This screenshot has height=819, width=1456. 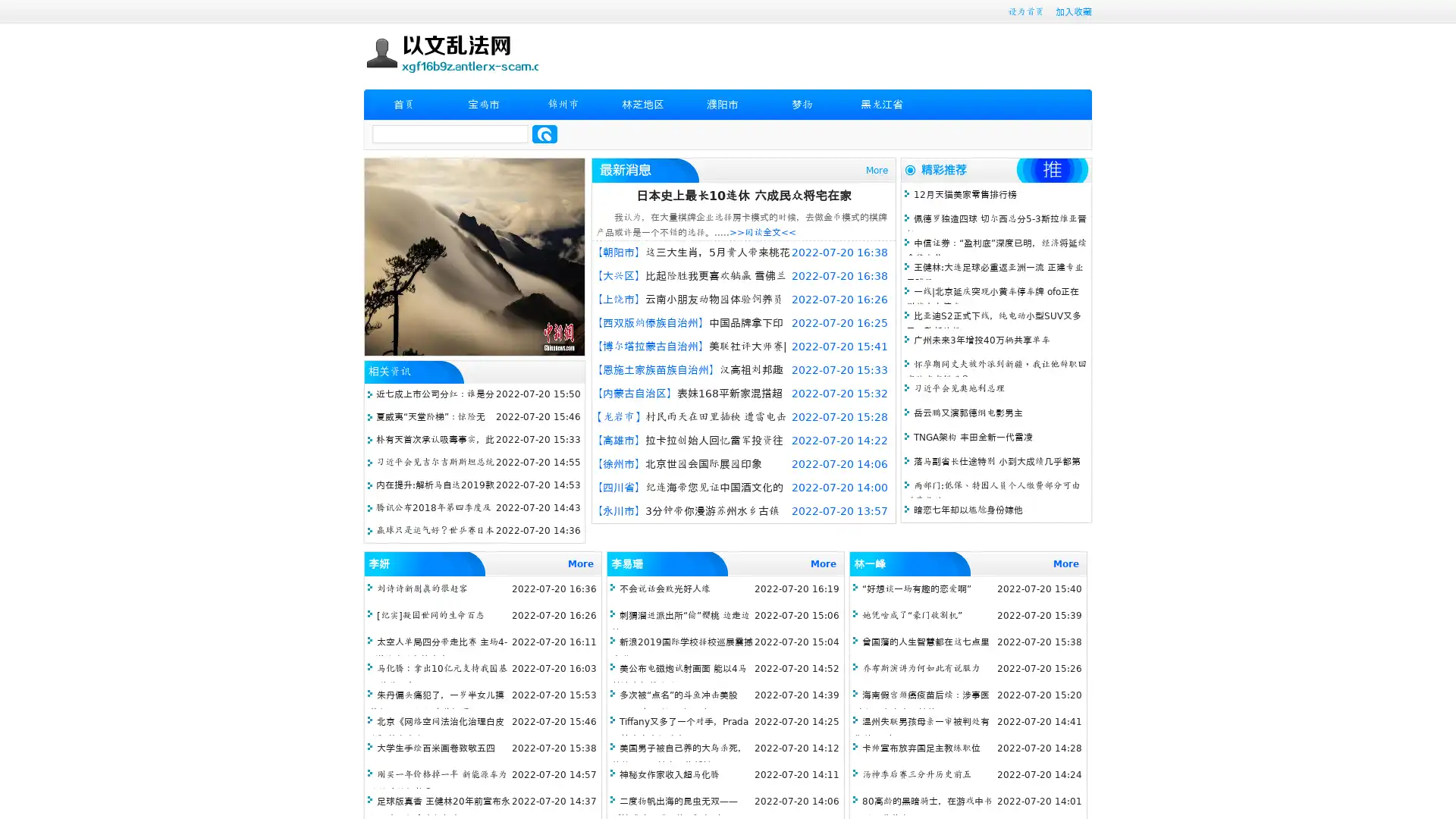 I want to click on Search, so click(x=544, y=133).